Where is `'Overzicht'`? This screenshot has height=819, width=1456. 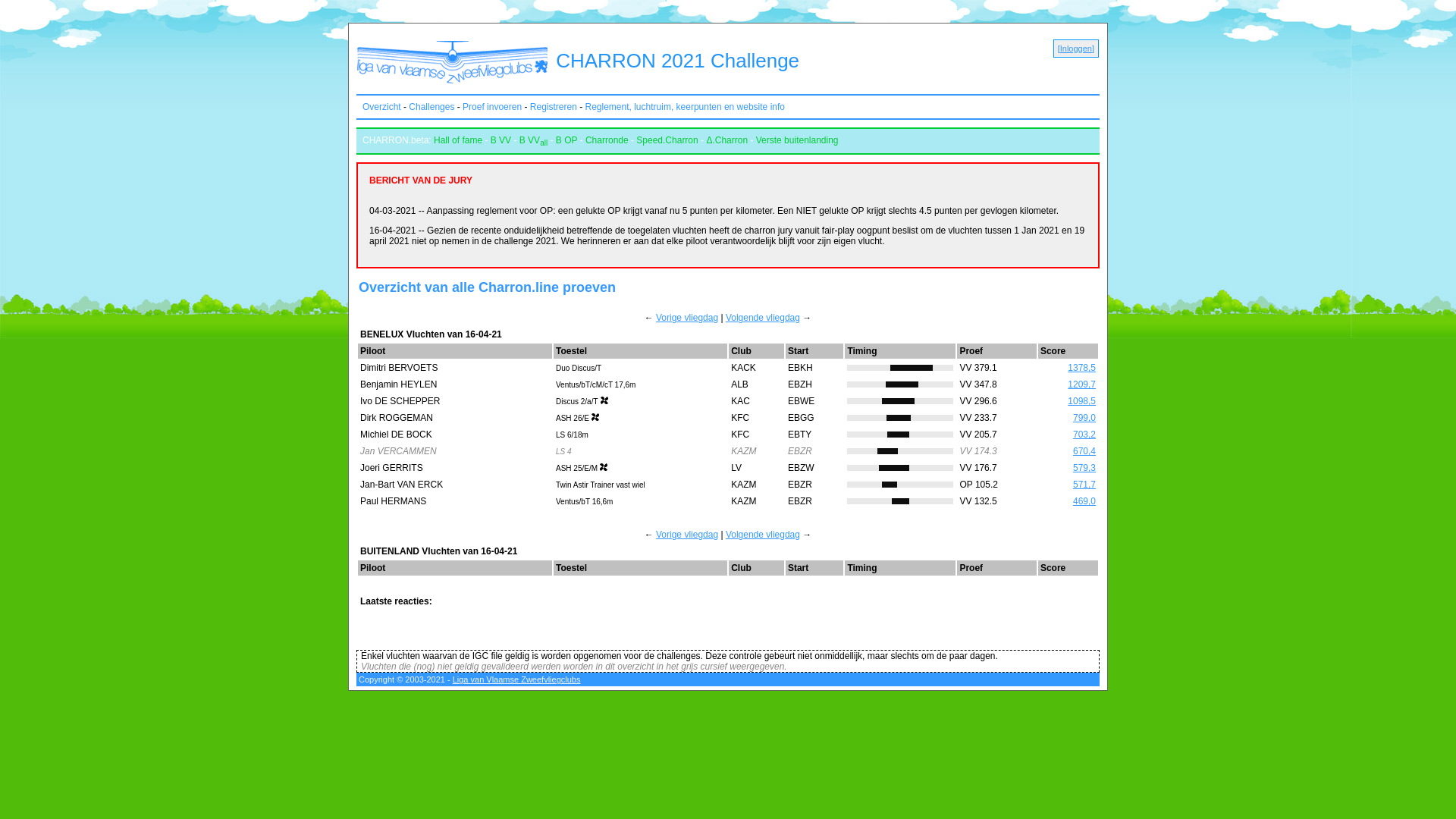
'Overzicht' is located at coordinates (381, 106).